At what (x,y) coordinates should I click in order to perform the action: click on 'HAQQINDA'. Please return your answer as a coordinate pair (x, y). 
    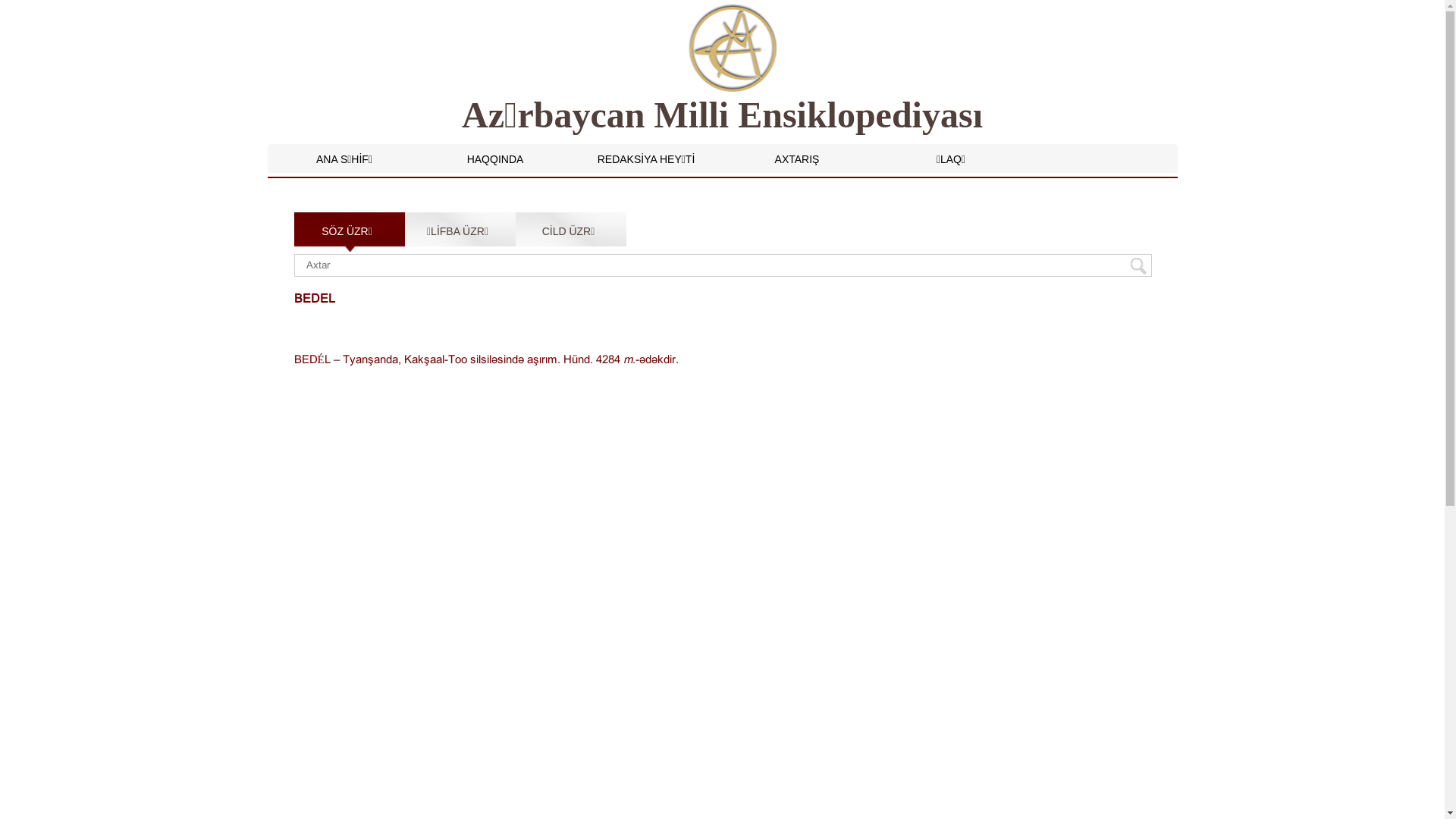
    Looking at the image, I should click on (495, 158).